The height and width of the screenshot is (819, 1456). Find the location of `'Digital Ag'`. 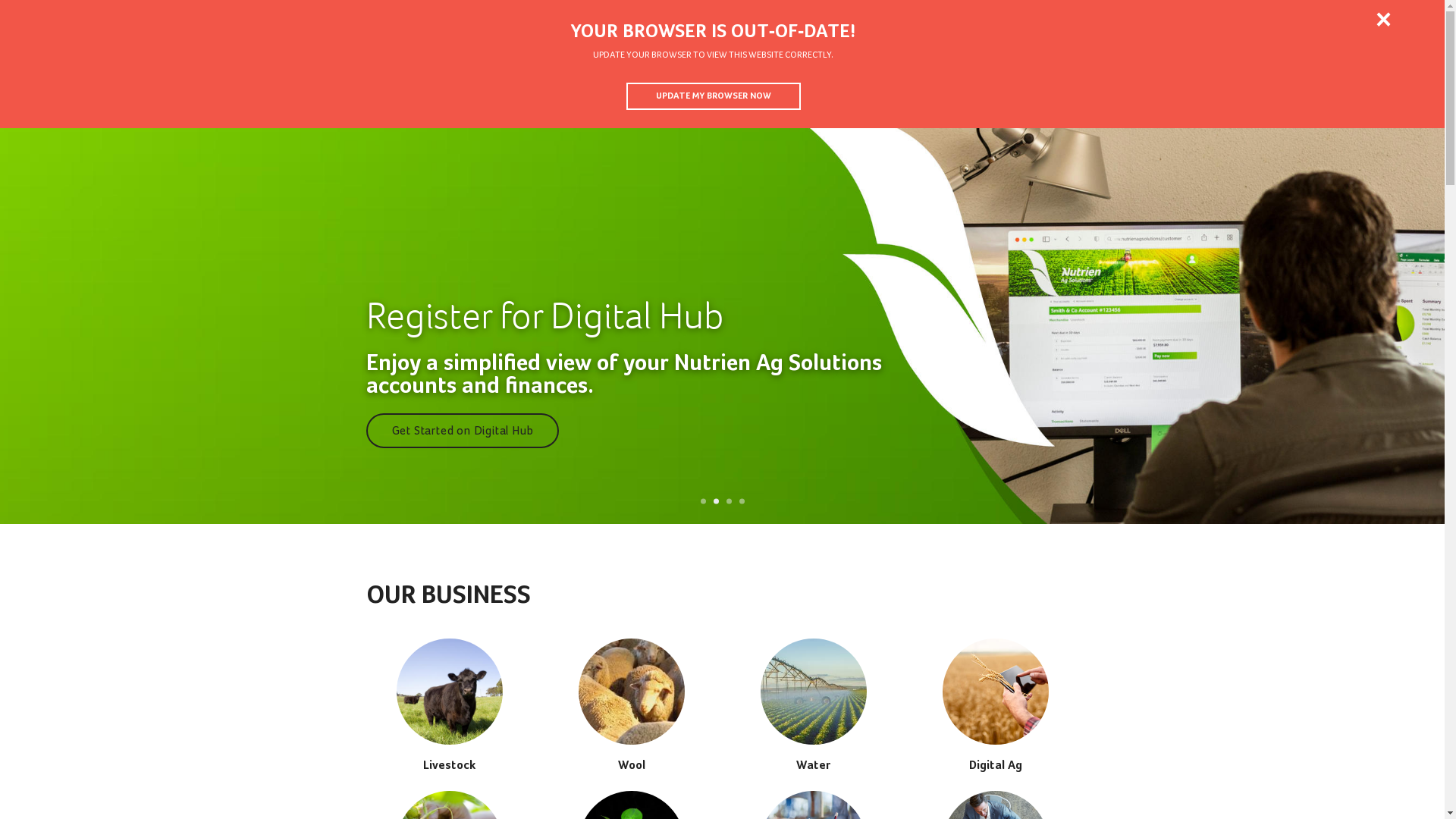

'Digital Ag' is located at coordinates (994, 704).